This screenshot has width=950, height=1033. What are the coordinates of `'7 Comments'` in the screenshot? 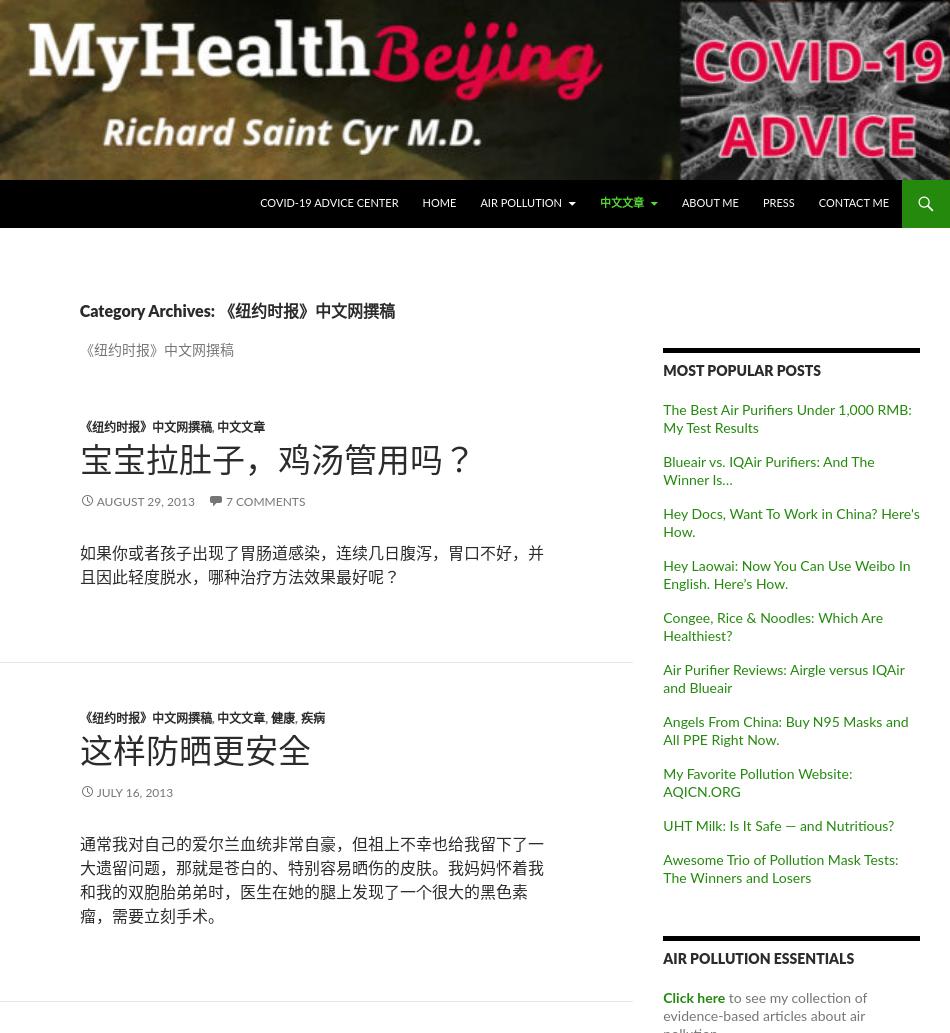 It's located at (263, 501).